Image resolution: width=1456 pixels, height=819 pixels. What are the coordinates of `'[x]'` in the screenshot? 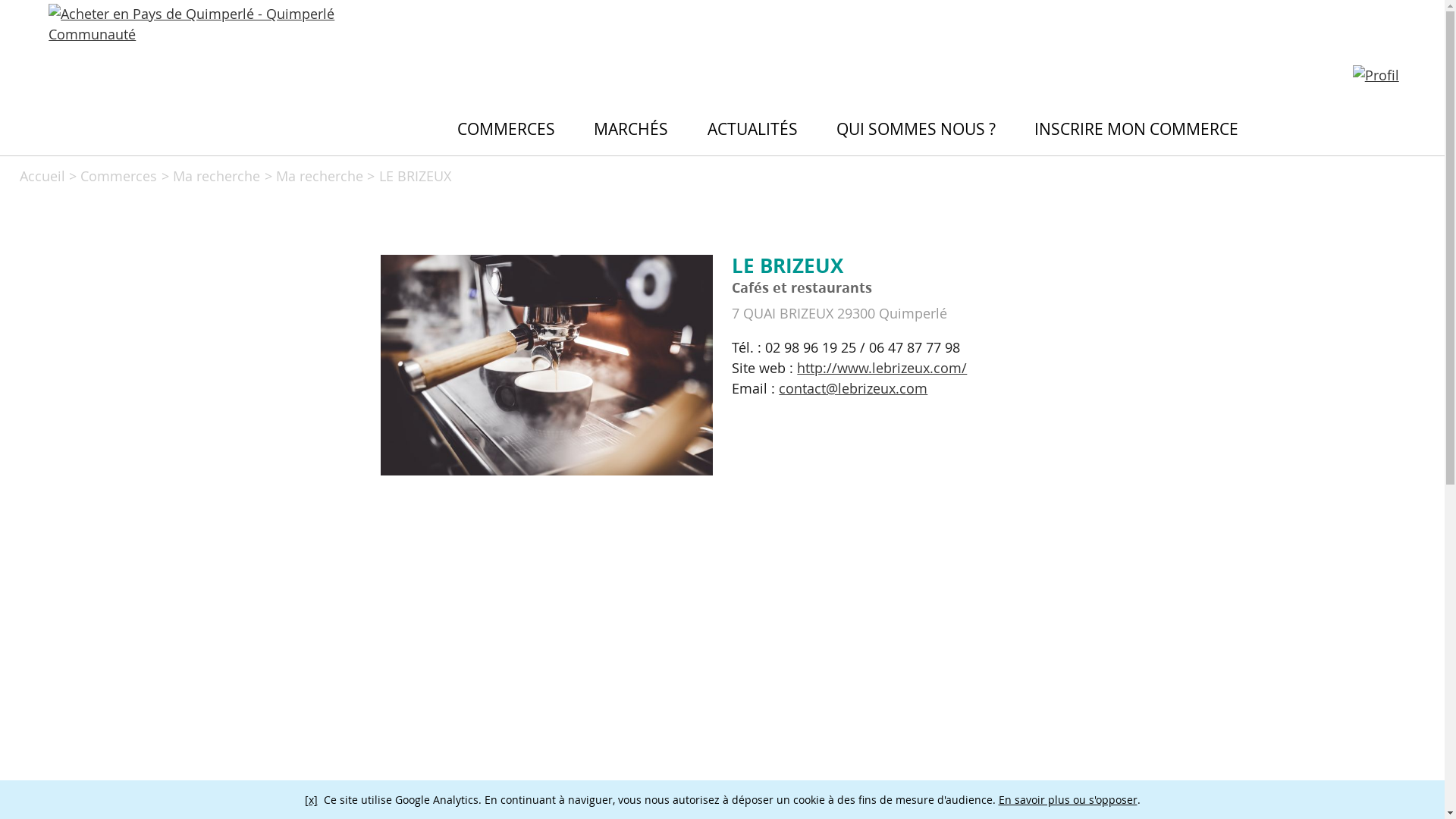 It's located at (310, 799).